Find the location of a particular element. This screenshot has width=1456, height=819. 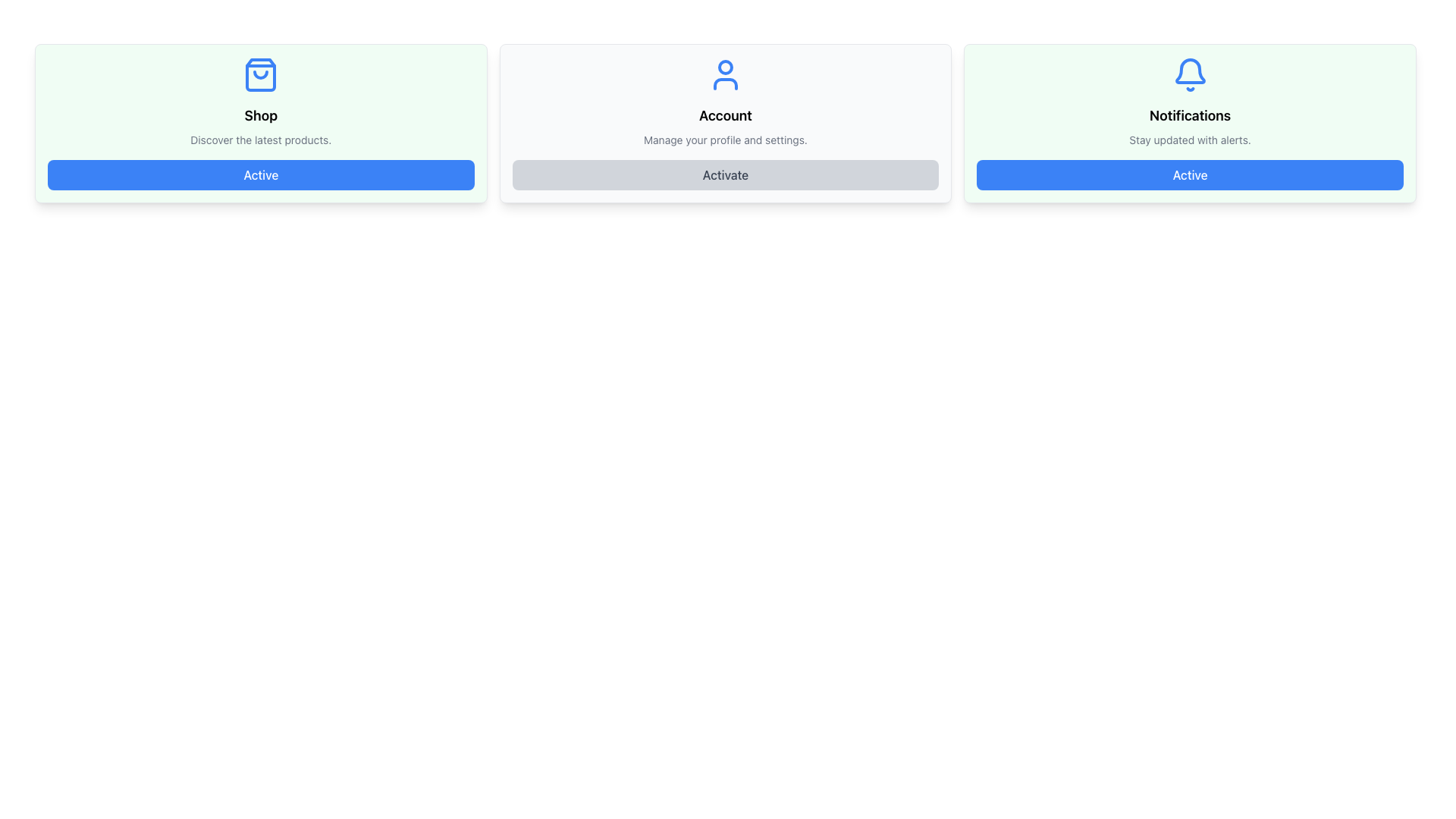

the decorative notification management icon located in the upper third of the rightmost card on the page is located at coordinates (1189, 75).